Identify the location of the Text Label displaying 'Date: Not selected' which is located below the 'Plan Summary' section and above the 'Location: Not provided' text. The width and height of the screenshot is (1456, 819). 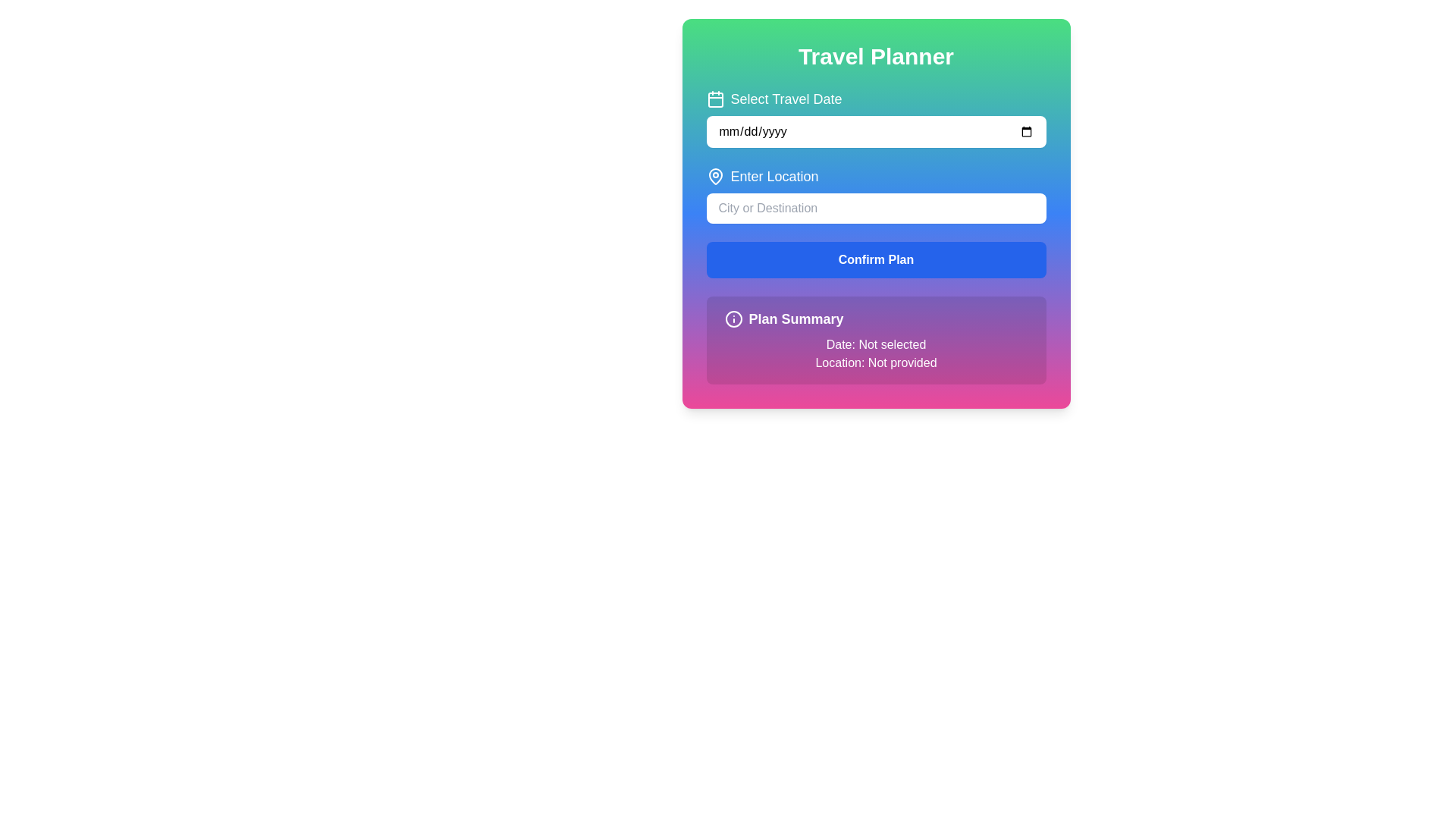
(876, 345).